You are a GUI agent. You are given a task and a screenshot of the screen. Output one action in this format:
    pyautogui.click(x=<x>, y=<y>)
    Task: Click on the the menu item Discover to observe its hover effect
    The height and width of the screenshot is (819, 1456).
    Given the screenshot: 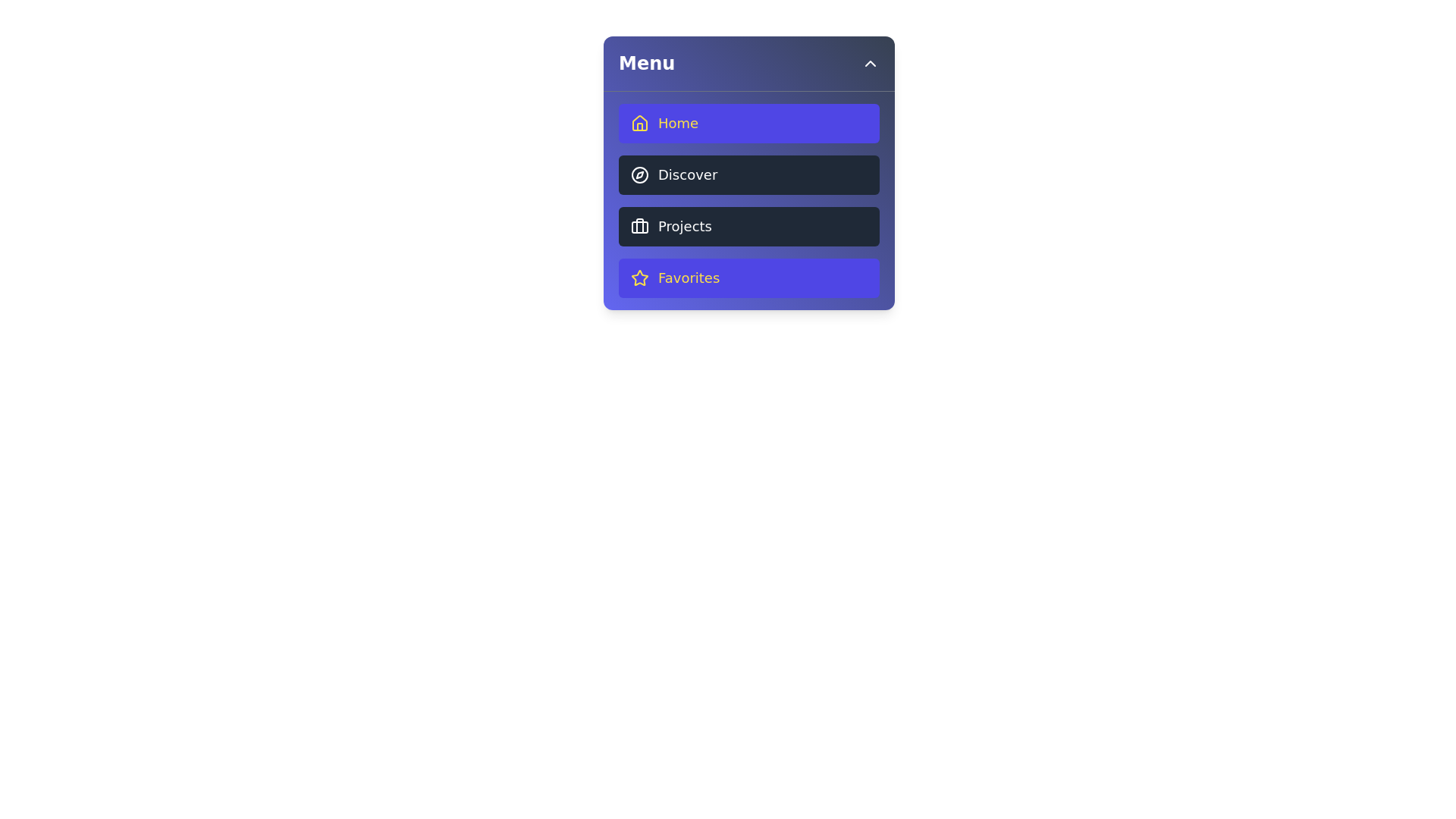 What is the action you would take?
    pyautogui.click(x=749, y=174)
    